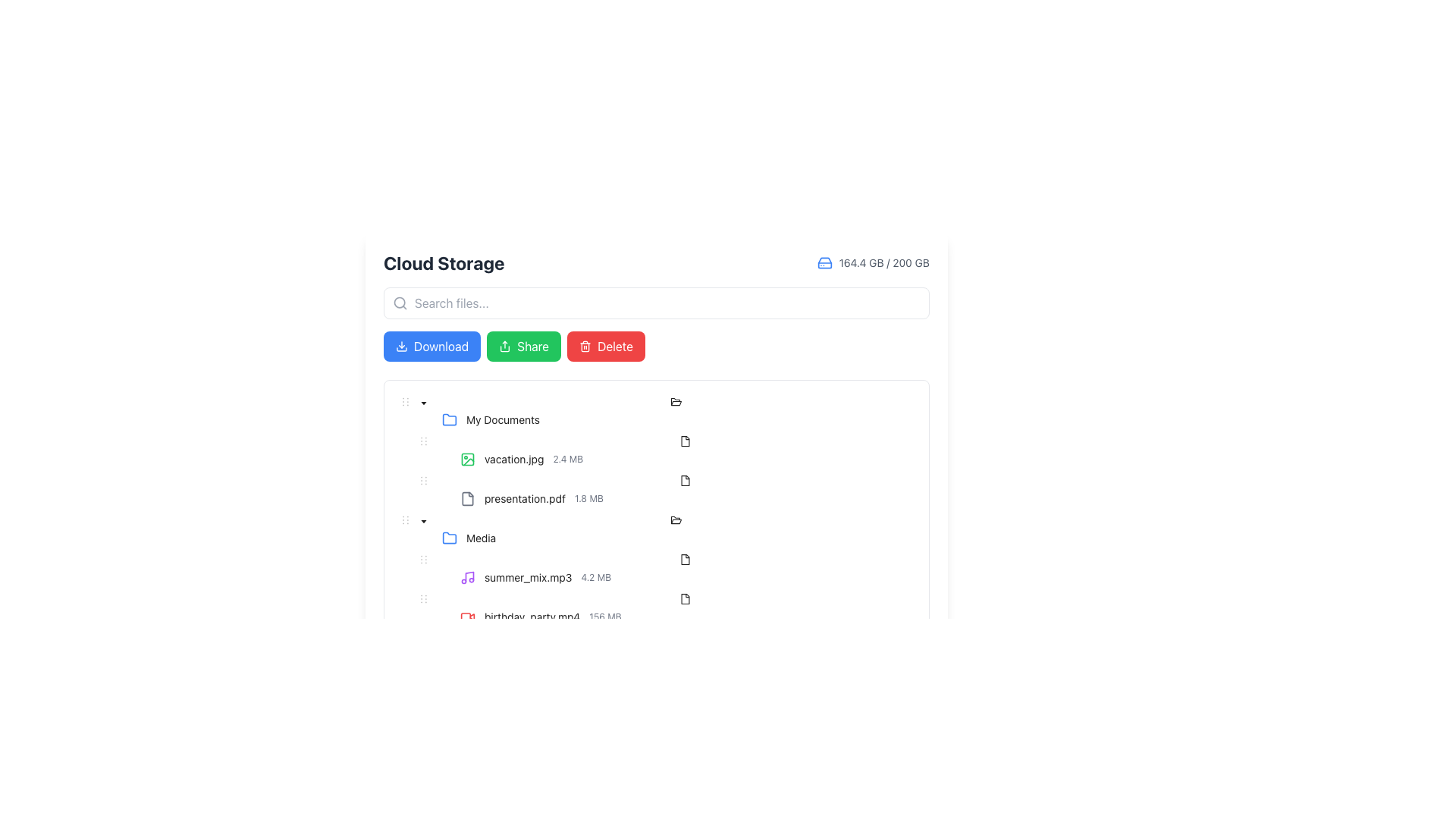 This screenshot has height=819, width=1456. I want to click on the file entry row displaying 'vacation.jpg' with a size of '2.4 MB' in the list under 'My Documents', so click(656, 450).